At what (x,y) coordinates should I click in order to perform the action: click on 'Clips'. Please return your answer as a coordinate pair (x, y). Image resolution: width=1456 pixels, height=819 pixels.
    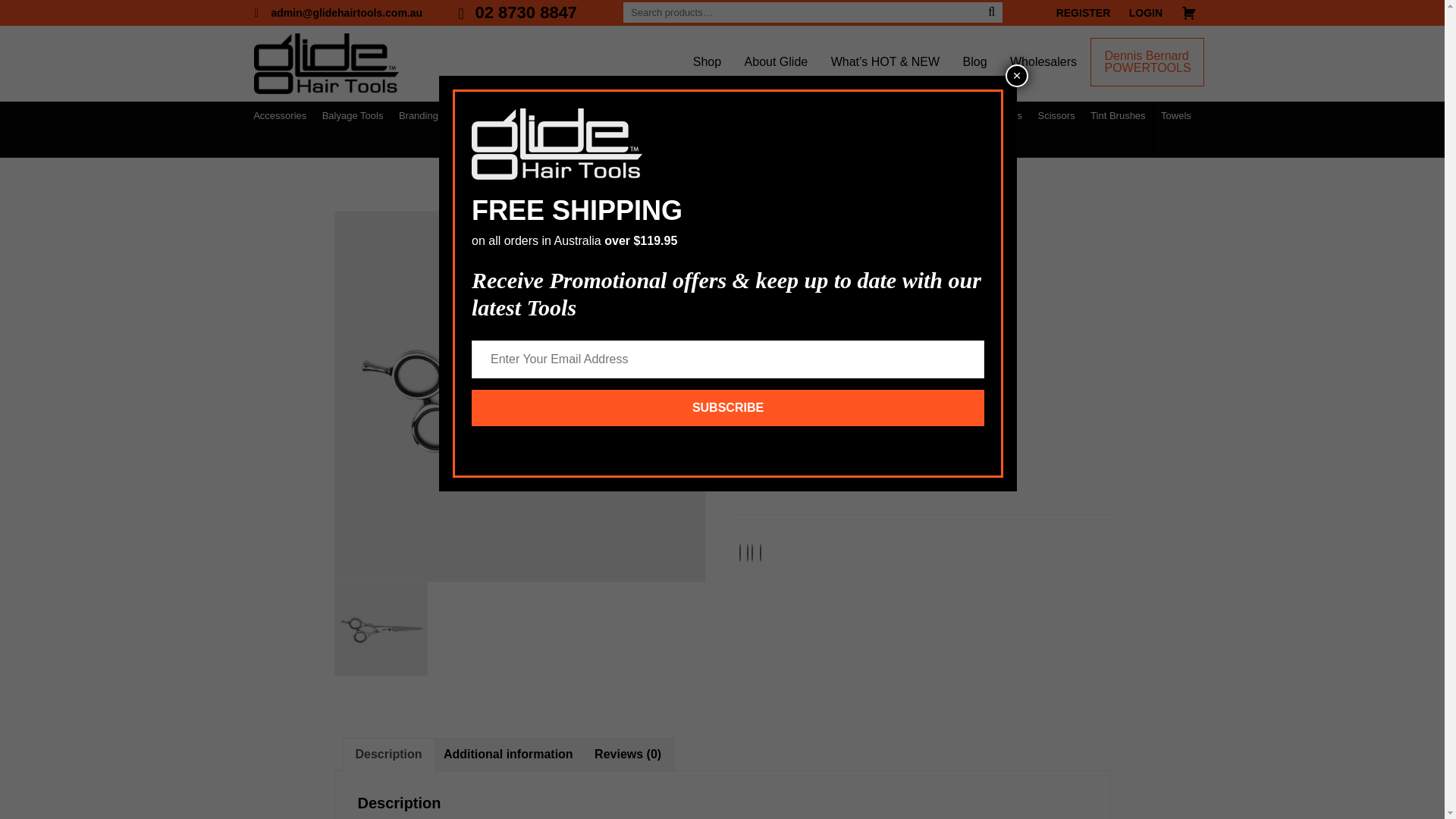
    Looking at the image, I should click on (643, 115).